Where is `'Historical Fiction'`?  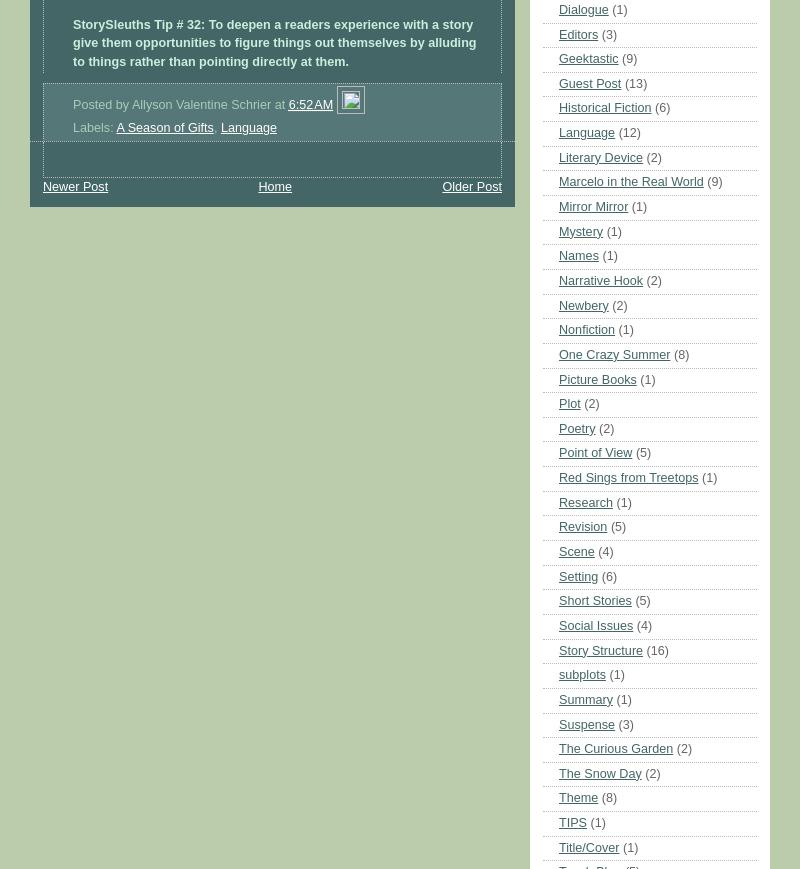
'Historical Fiction' is located at coordinates (604, 107).